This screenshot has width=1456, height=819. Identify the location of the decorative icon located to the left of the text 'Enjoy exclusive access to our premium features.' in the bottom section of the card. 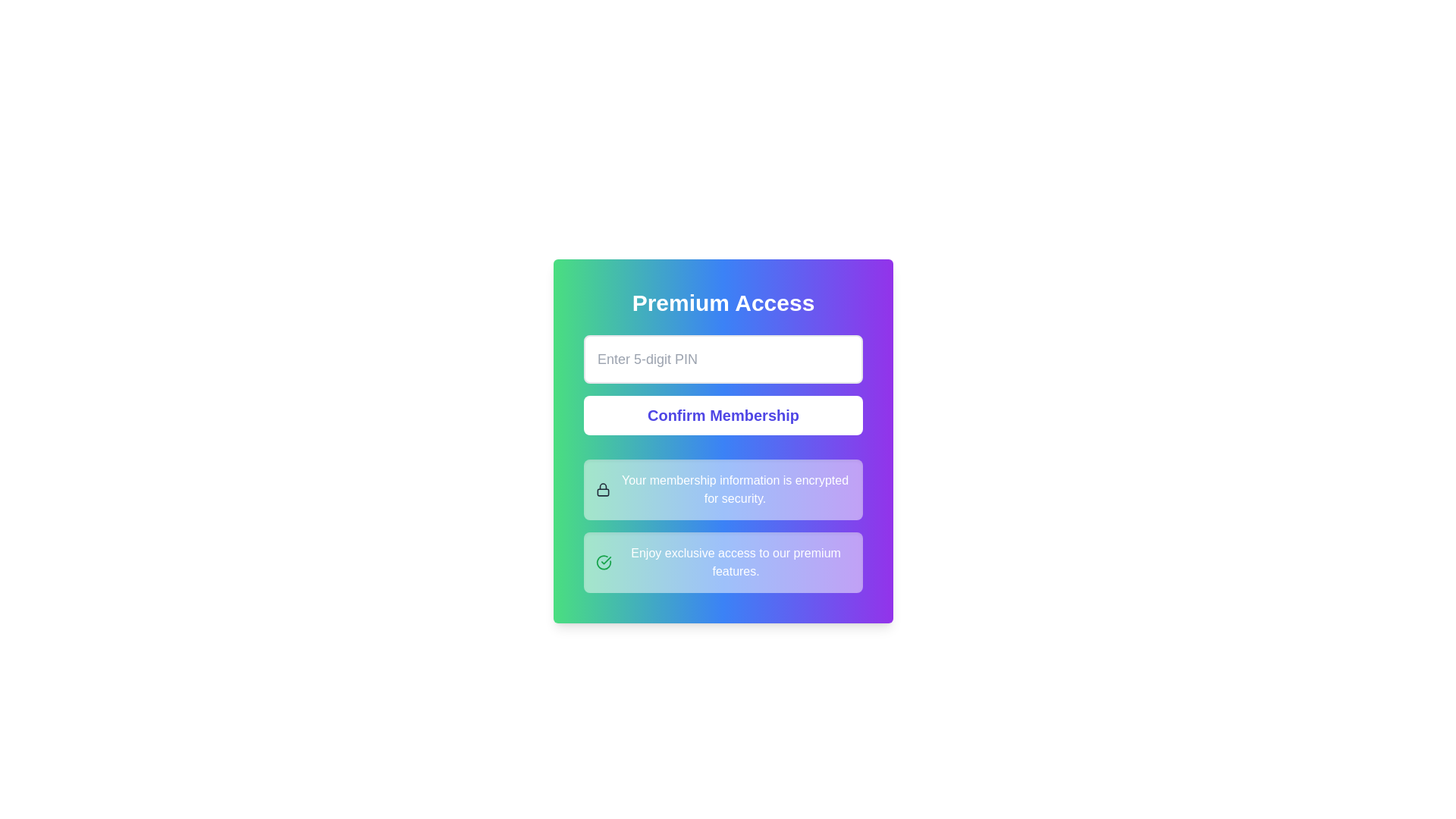
(603, 562).